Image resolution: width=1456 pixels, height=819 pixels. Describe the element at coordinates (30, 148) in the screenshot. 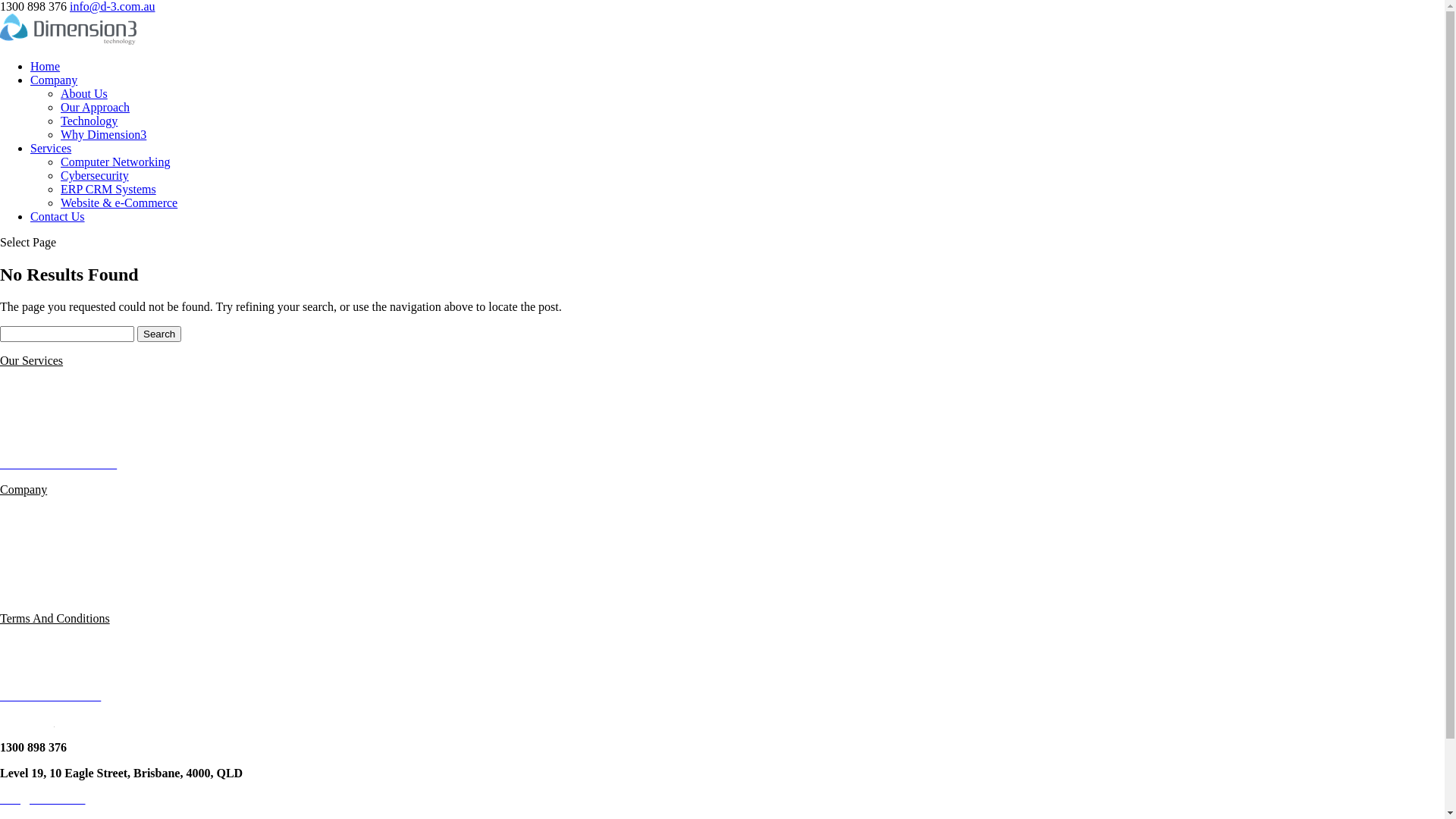

I see `'Services'` at that location.